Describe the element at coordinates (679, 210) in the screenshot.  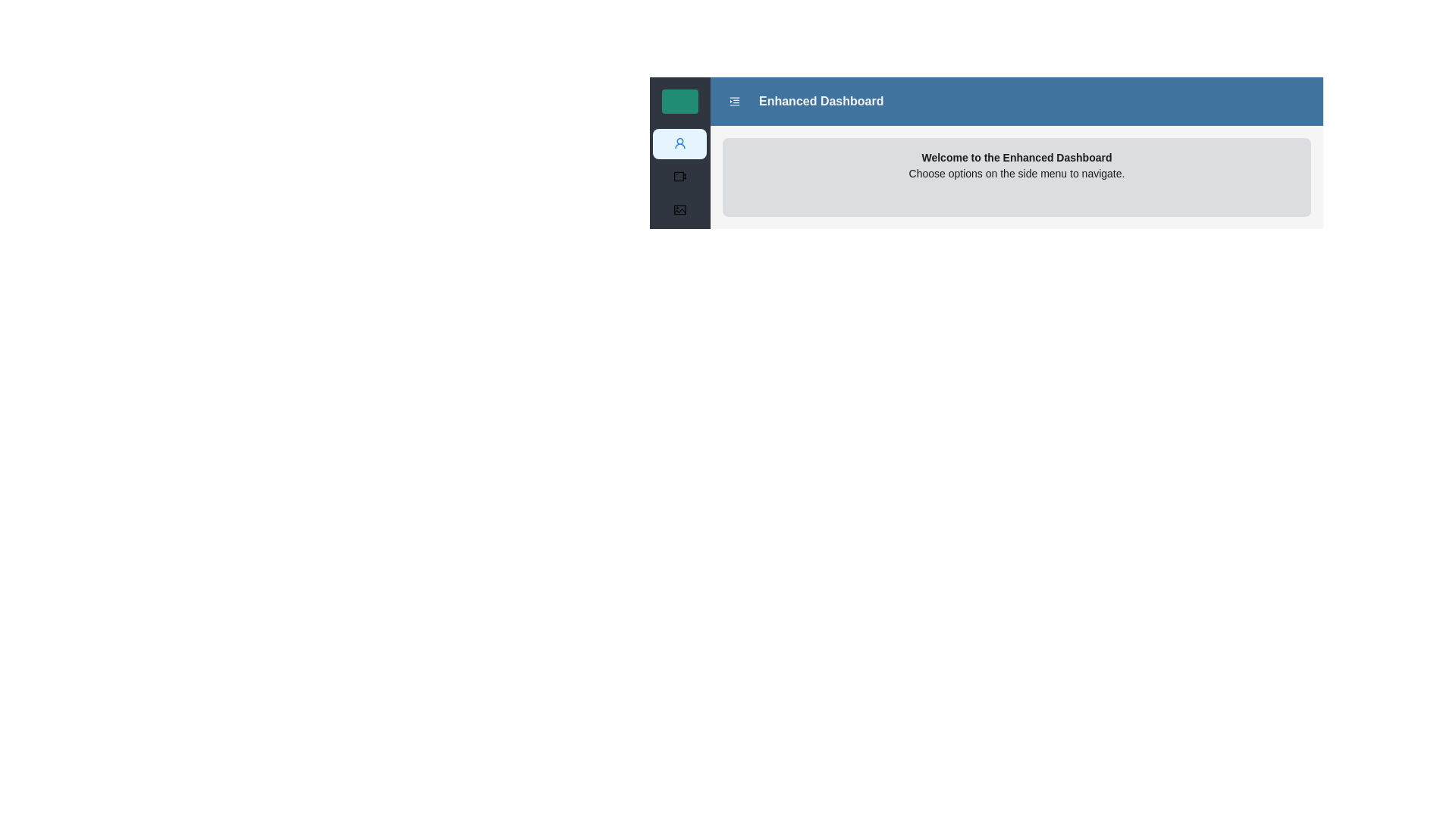
I see `the 'Gallery' button, which is the third item in the vertical menu bar on the left, featuring a black background and a picture frame icon` at that location.